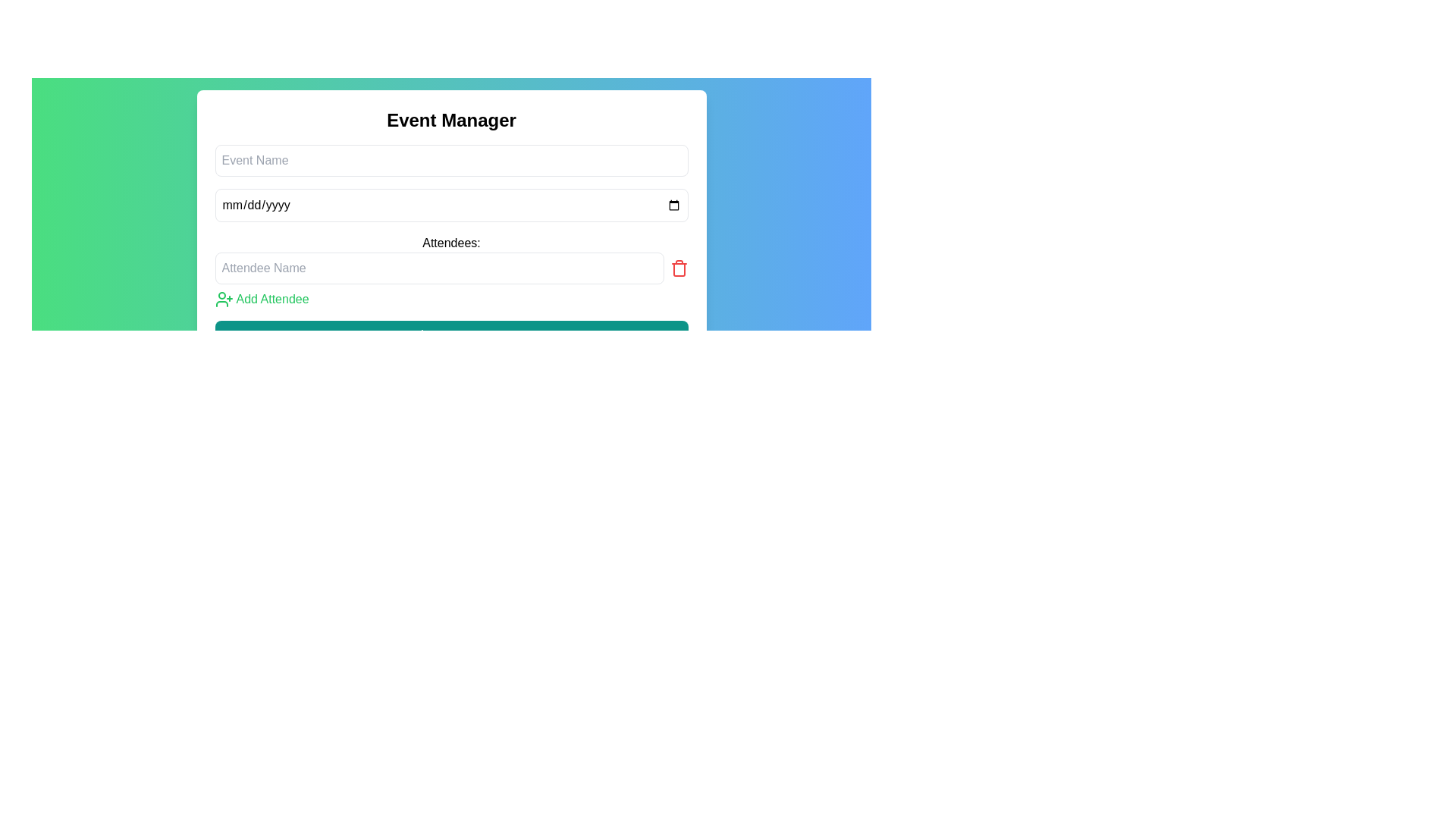 The image size is (1456, 819). Describe the element at coordinates (262, 299) in the screenshot. I see `the 'Add Attendee' button located at the bottom of the 'Attendees:' section, which features a green icon with a plus sign and the label 'Add Attendee'` at that location.